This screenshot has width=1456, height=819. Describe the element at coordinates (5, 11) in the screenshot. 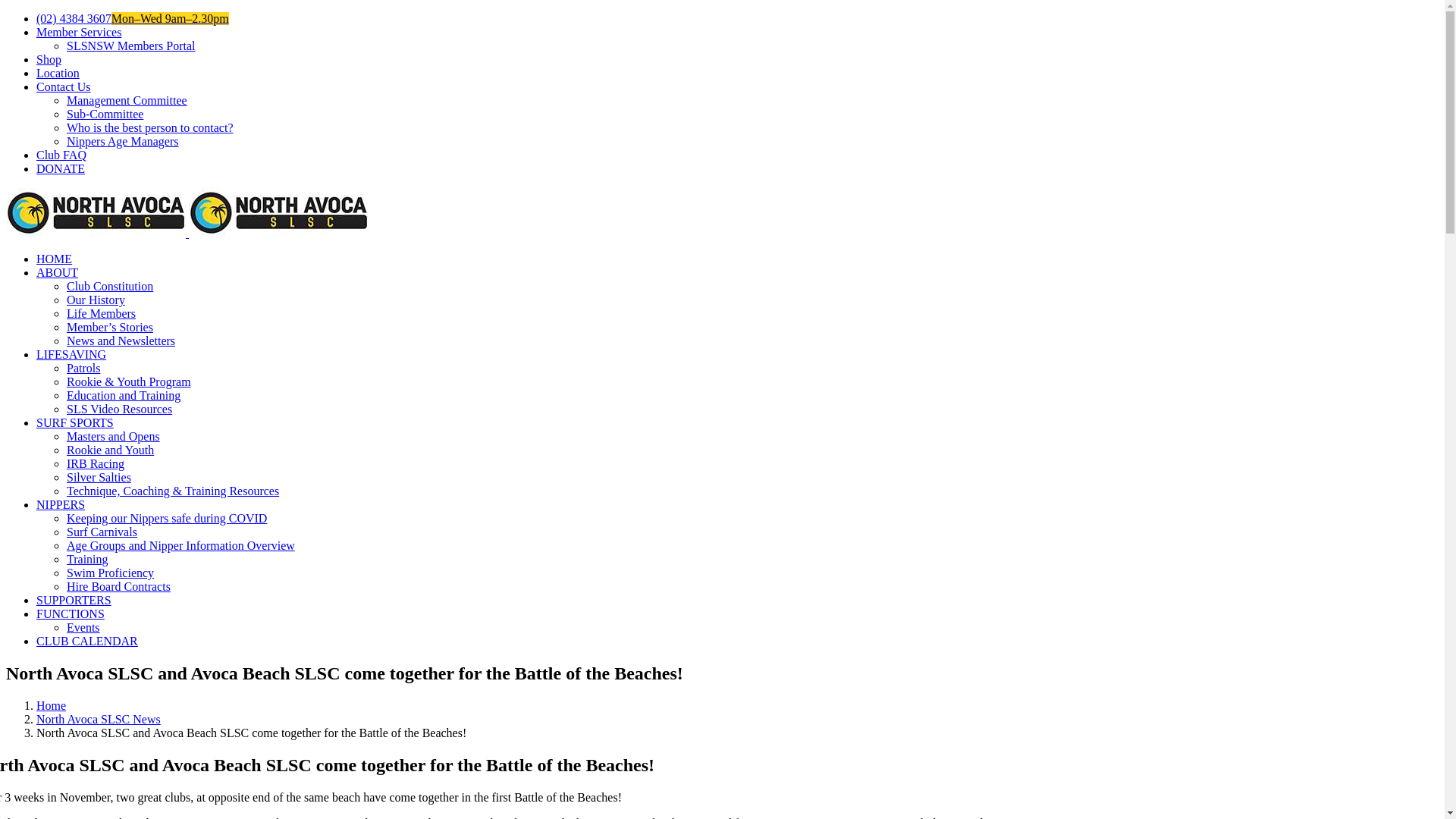

I see `'Skip to content'` at that location.